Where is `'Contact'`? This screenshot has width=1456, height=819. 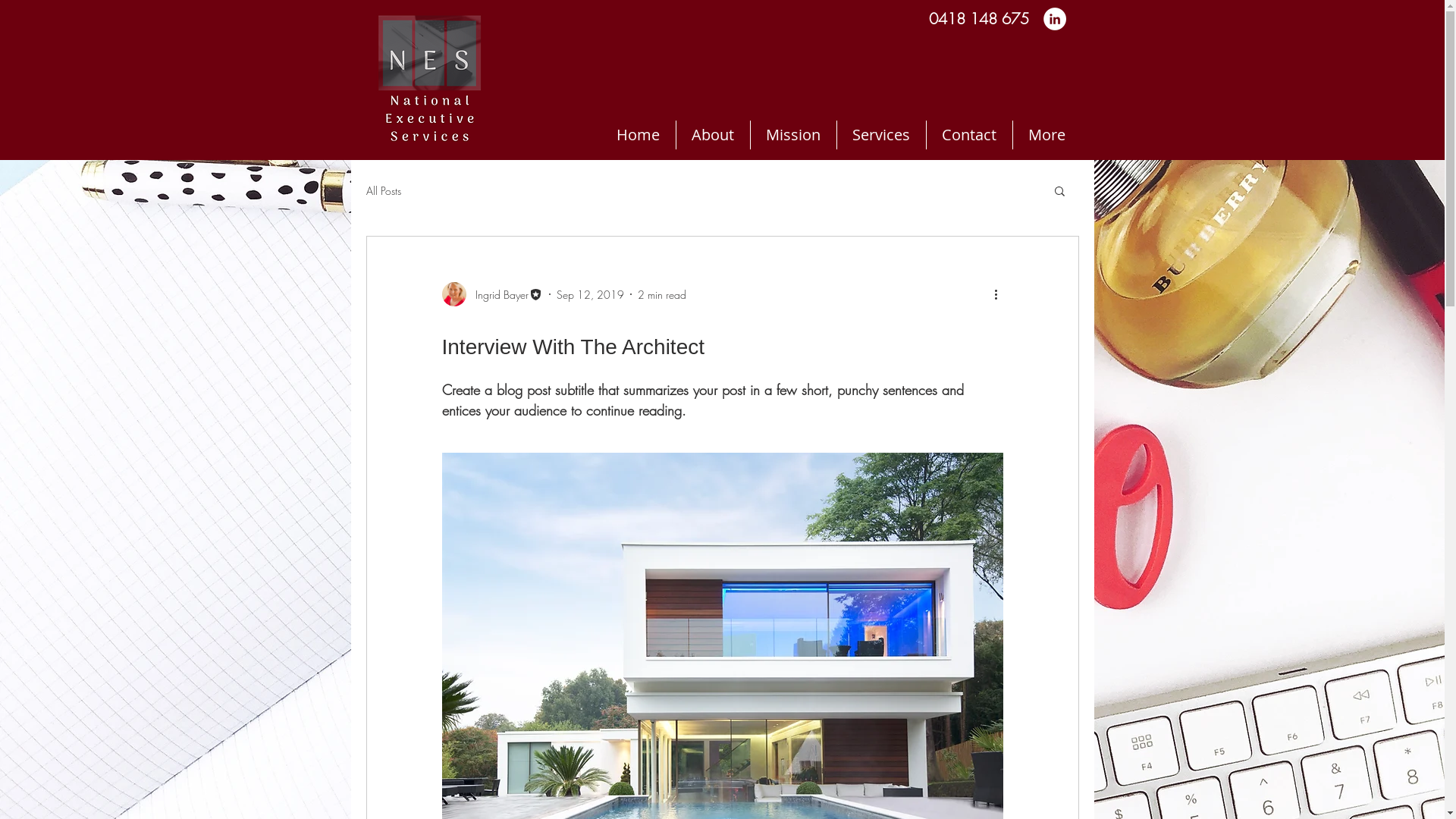 'Contact' is located at coordinates (967, 133).